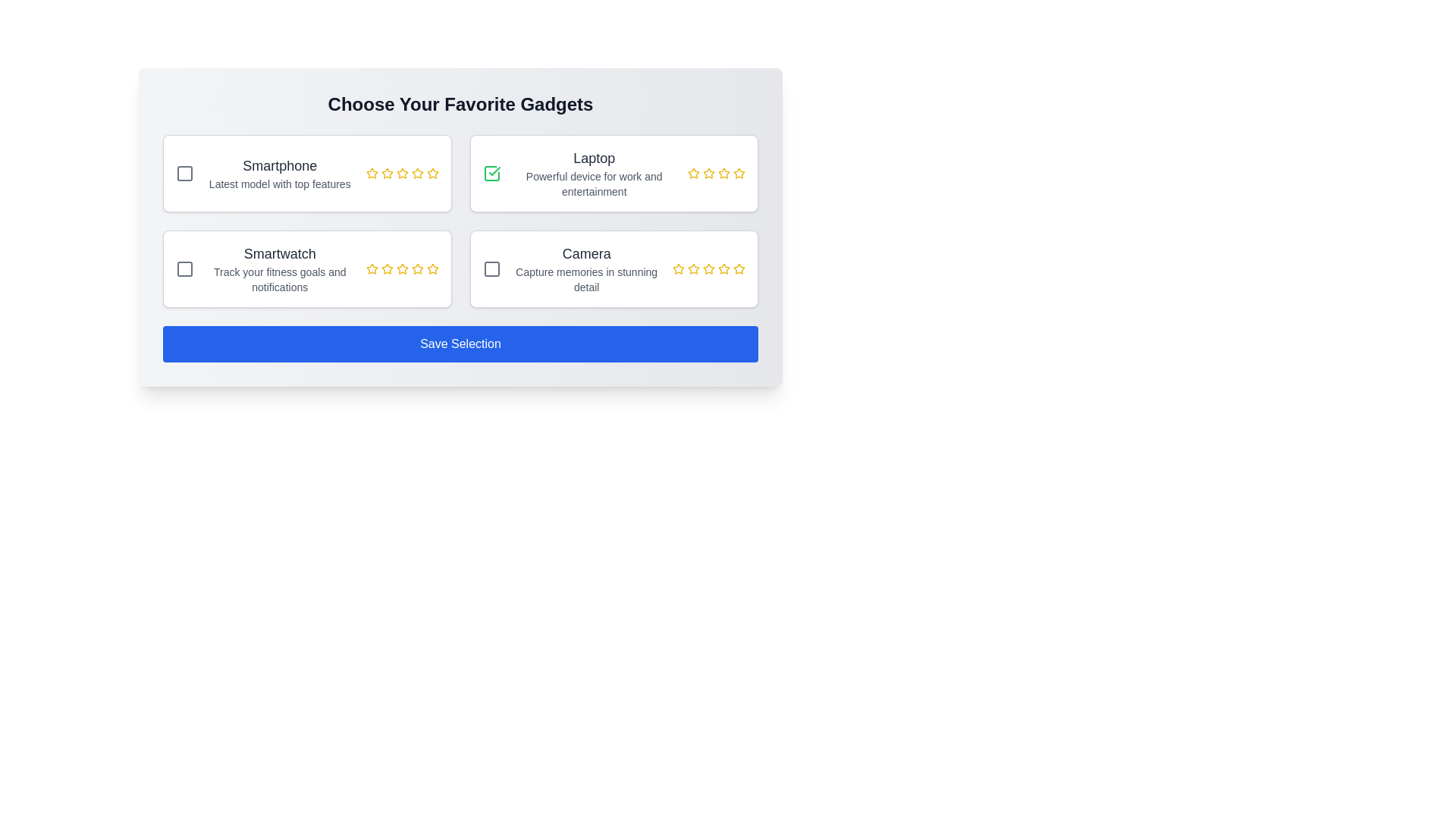 Image resolution: width=1456 pixels, height=819 pixels. I want to click on the first star icon in the five-star rating system for the 'Smartphone' option, located in the 'Choose Your Favorite Gadgets' section, so click(372, 172).